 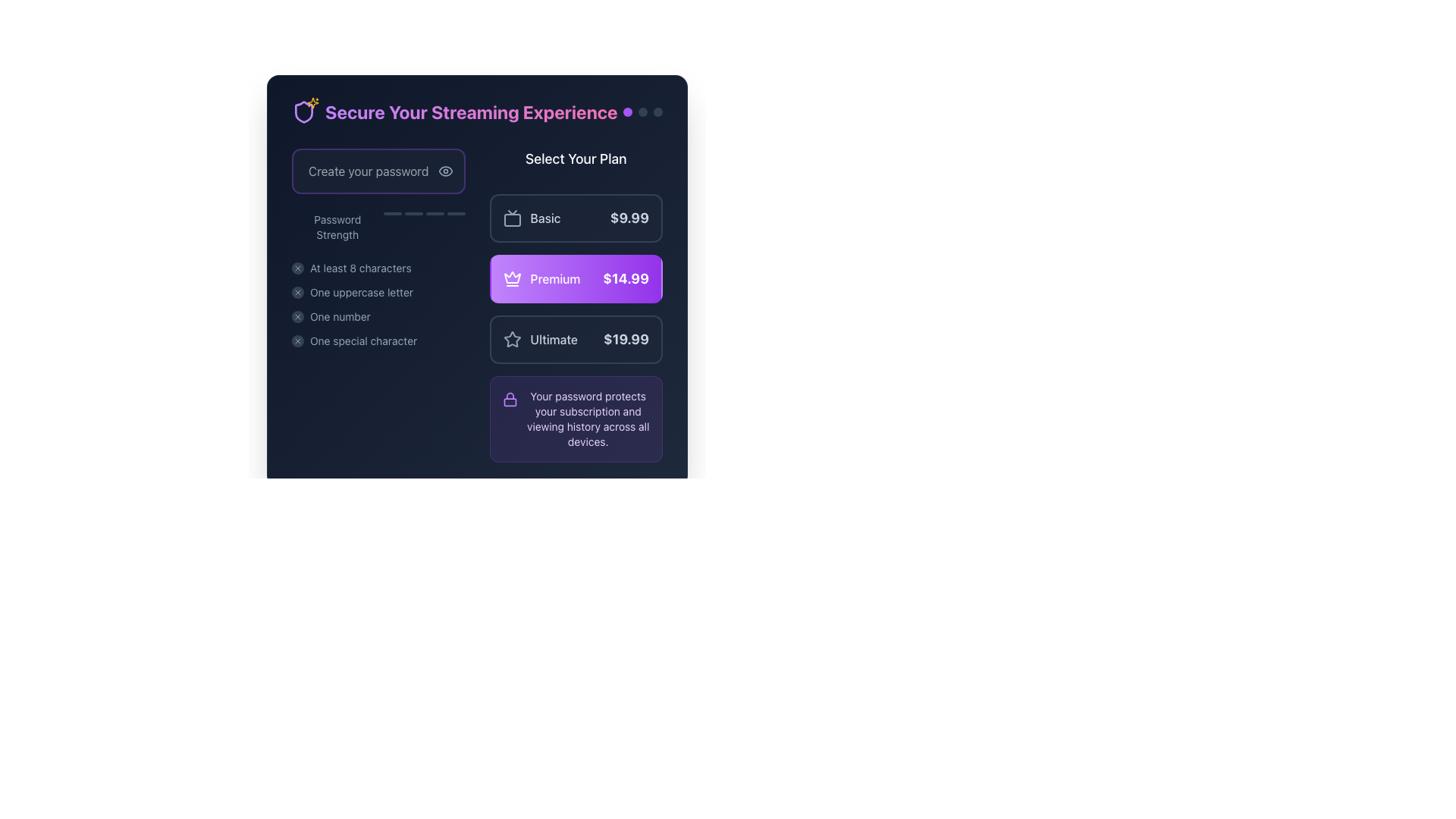 What do you see at coordinates (532, 218) in the screenshot?
I see `the label with the television icon and the text 'basic'` at bounding box center [532, 218].